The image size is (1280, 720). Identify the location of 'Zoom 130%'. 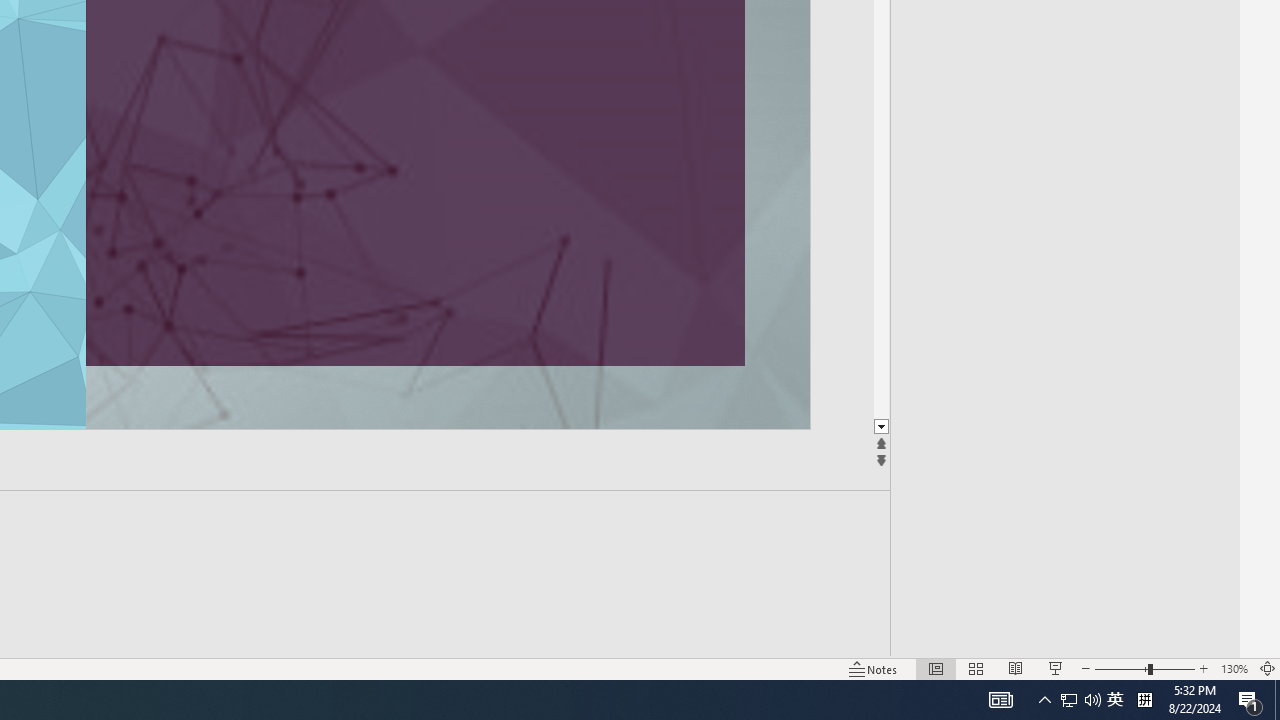
(1233, 669).